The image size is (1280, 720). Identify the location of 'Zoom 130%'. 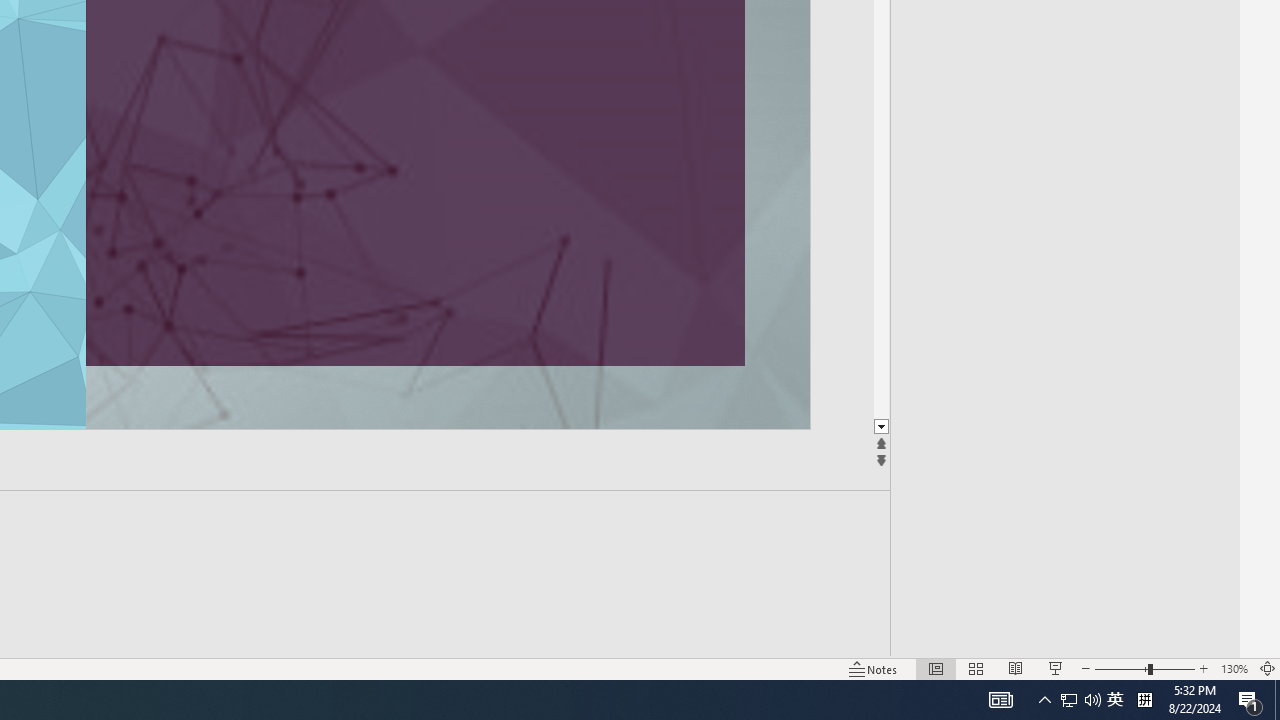
(1233, 669).